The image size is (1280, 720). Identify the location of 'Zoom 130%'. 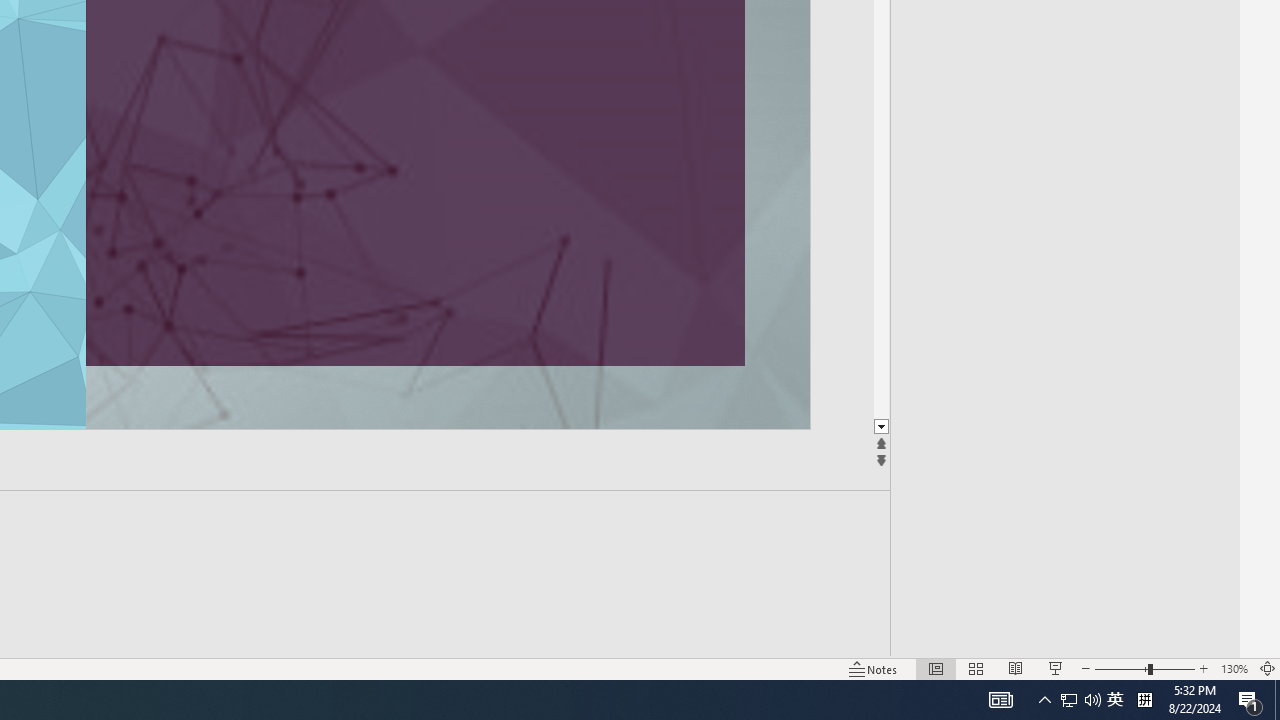
(1233, 669).